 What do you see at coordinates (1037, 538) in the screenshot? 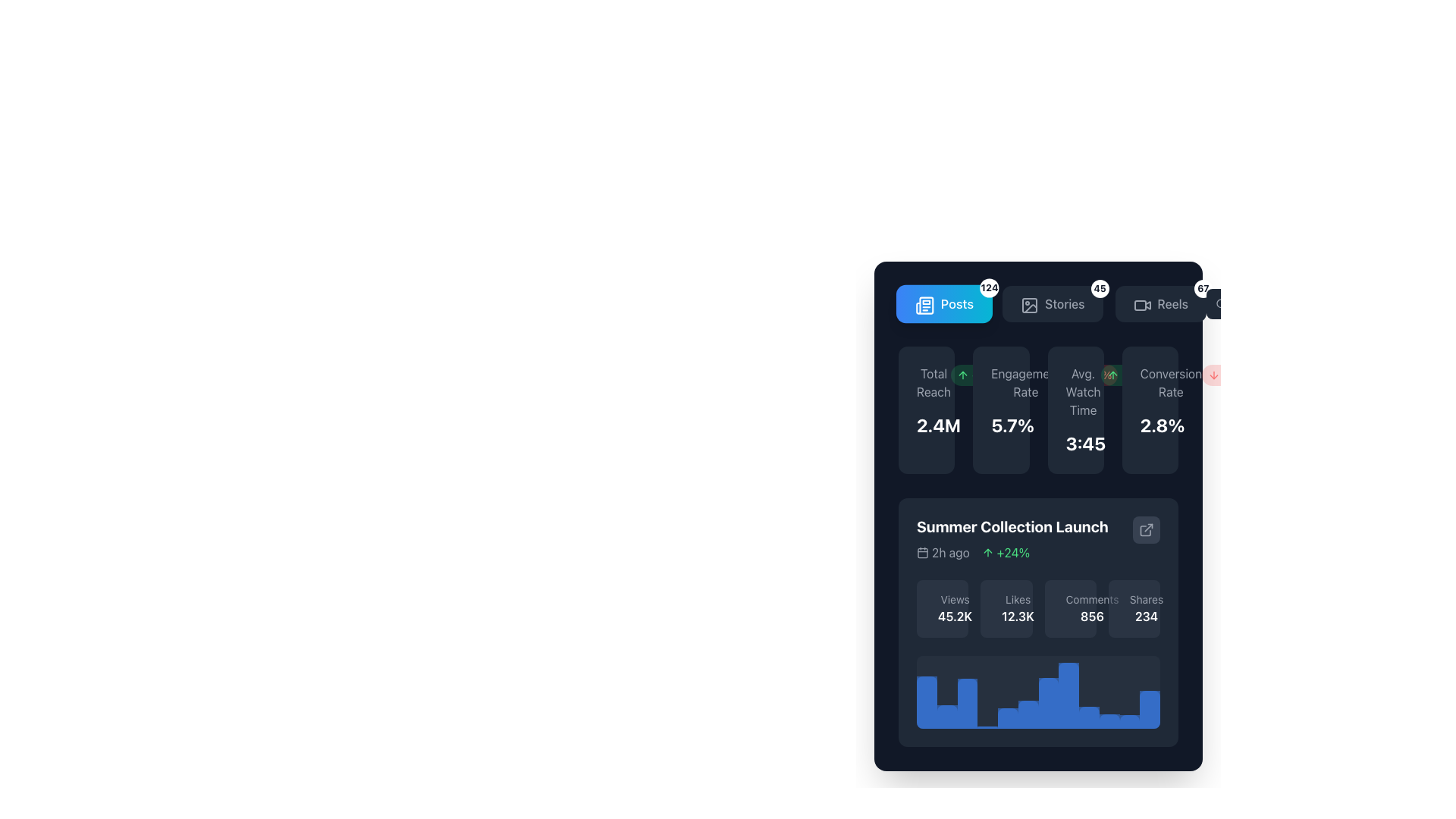
I see `the informational header title located at the top part of the card under the 'Posts' tab` at bounding box center [1037, 538].